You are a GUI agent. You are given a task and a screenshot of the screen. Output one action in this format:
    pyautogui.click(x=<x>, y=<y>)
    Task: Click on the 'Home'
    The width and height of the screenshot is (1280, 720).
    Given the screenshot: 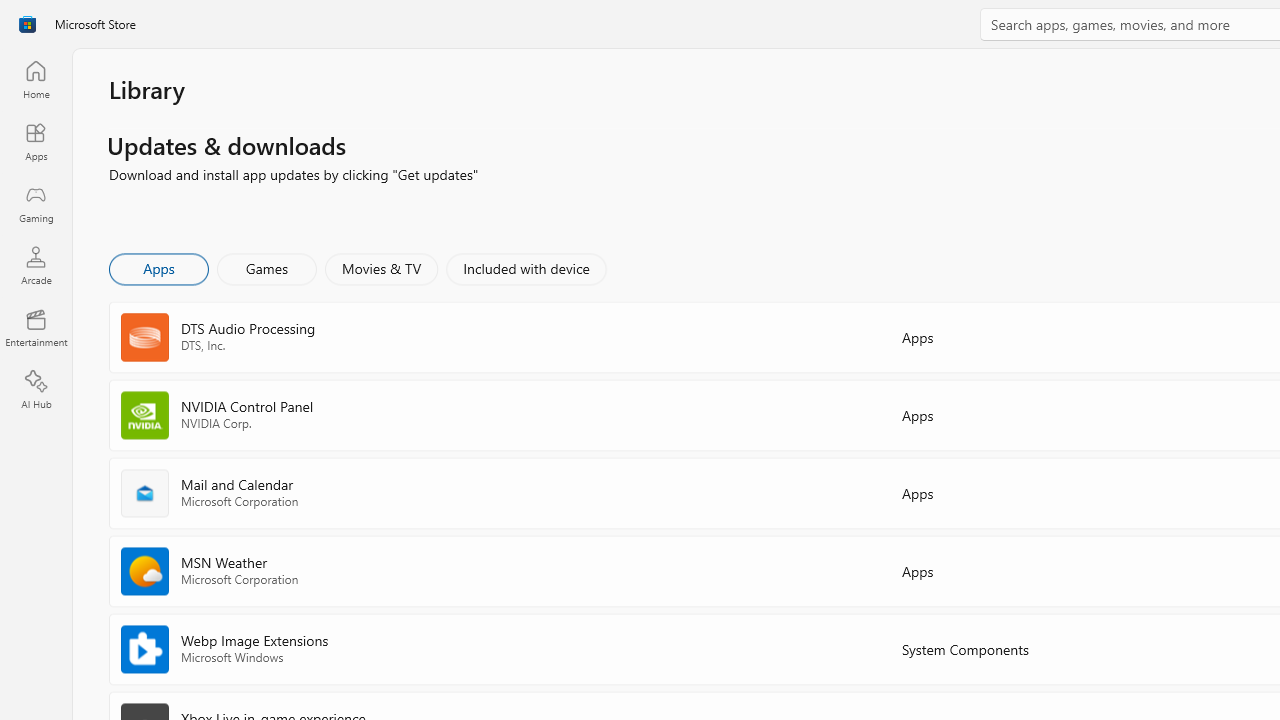 What is the action you would take?
    pyautogui.click(x=35, y=78)
    